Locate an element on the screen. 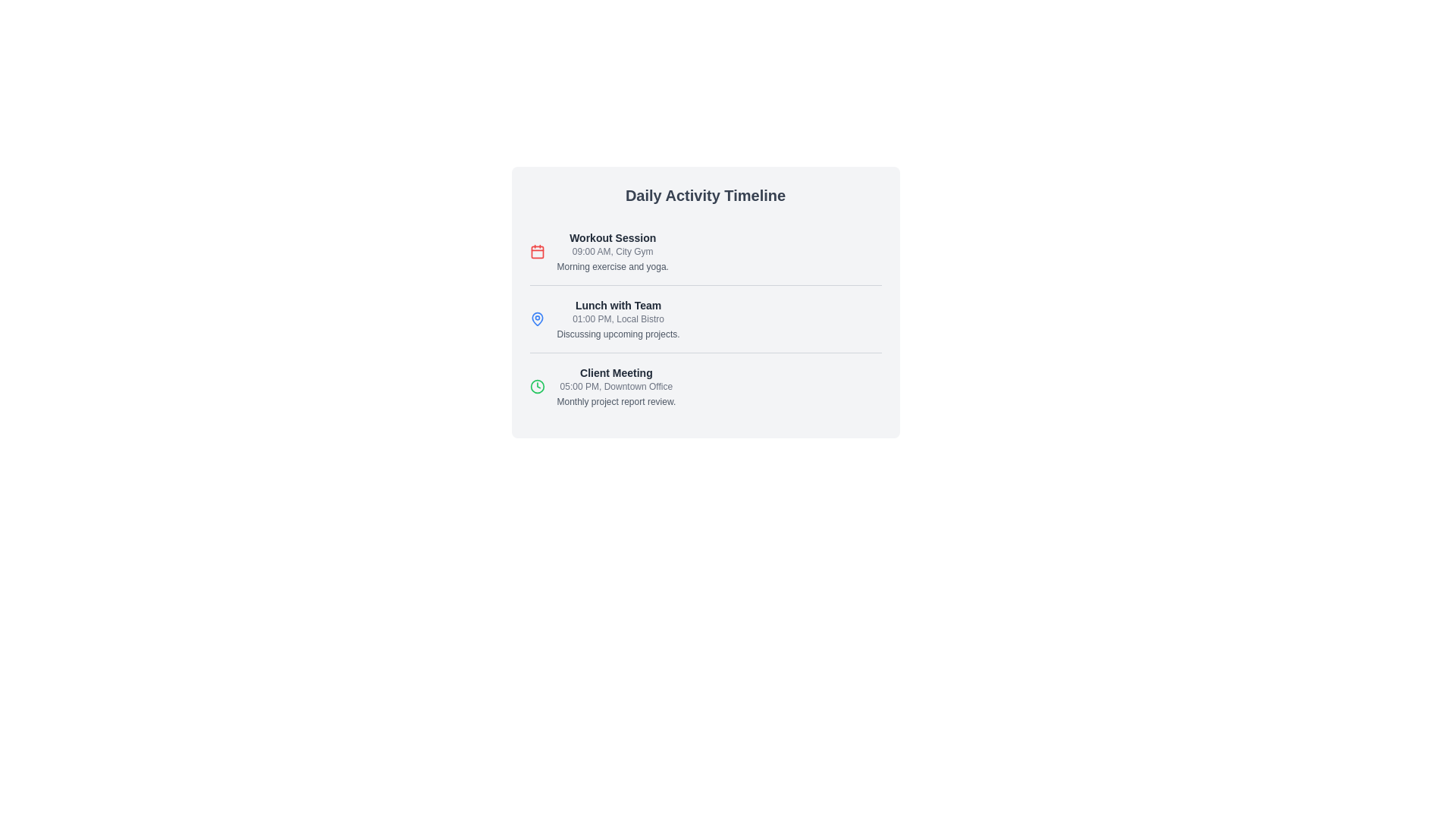 The width and height of the screenshot is (1456, 819). the small red calendar icon located to the left of the text 'Workout Session', '09:00 AM, City Gym', and 'Morning exercise and yoga.' in the 'Daily Activity Timeline' is located at coordinates (537, 250).